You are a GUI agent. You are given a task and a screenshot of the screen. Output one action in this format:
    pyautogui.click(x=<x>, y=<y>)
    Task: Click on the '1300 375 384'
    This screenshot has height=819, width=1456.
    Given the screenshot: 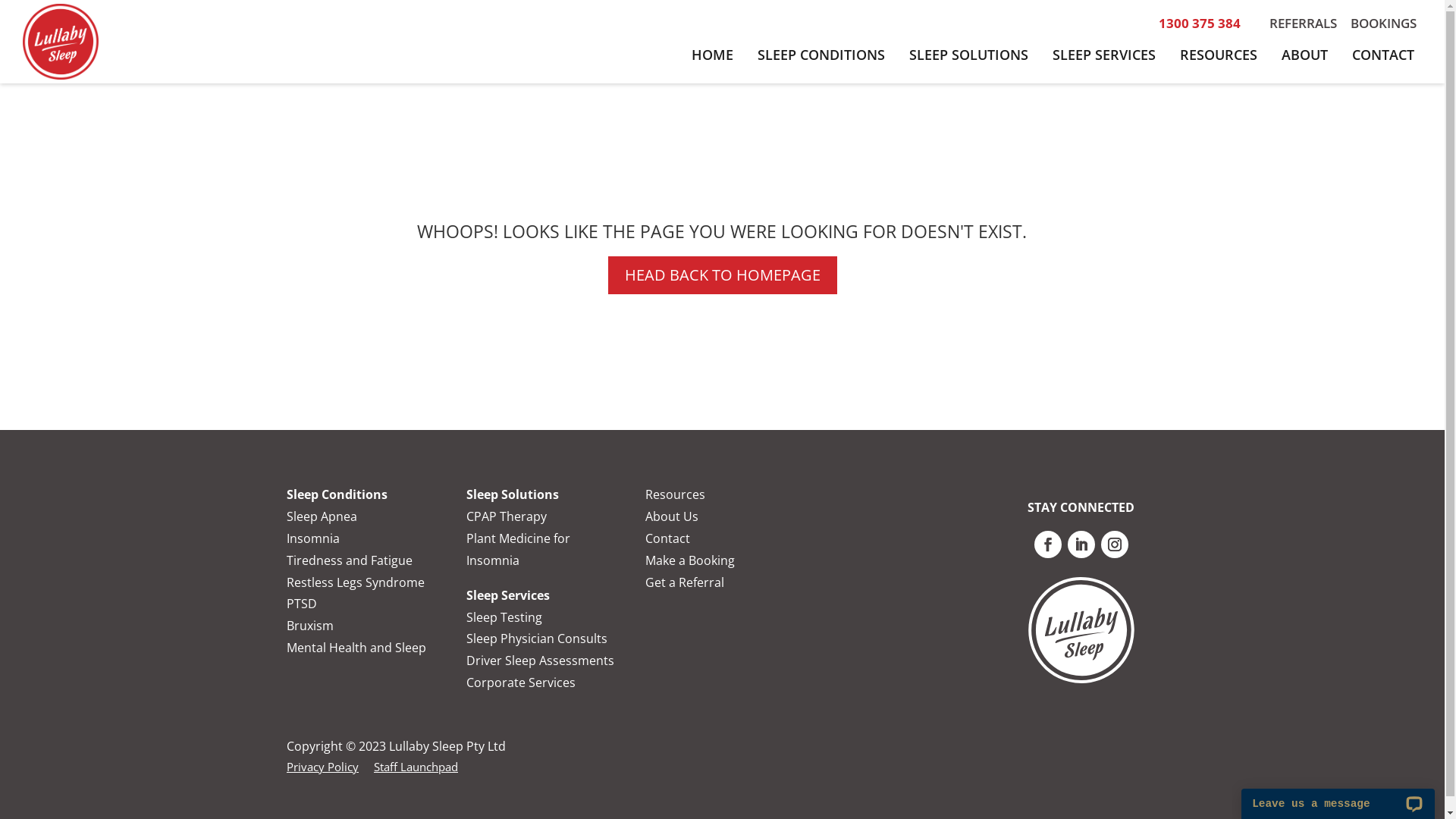 What is the action you would take?
    pyautogui.click(x=1199, y=23)
    